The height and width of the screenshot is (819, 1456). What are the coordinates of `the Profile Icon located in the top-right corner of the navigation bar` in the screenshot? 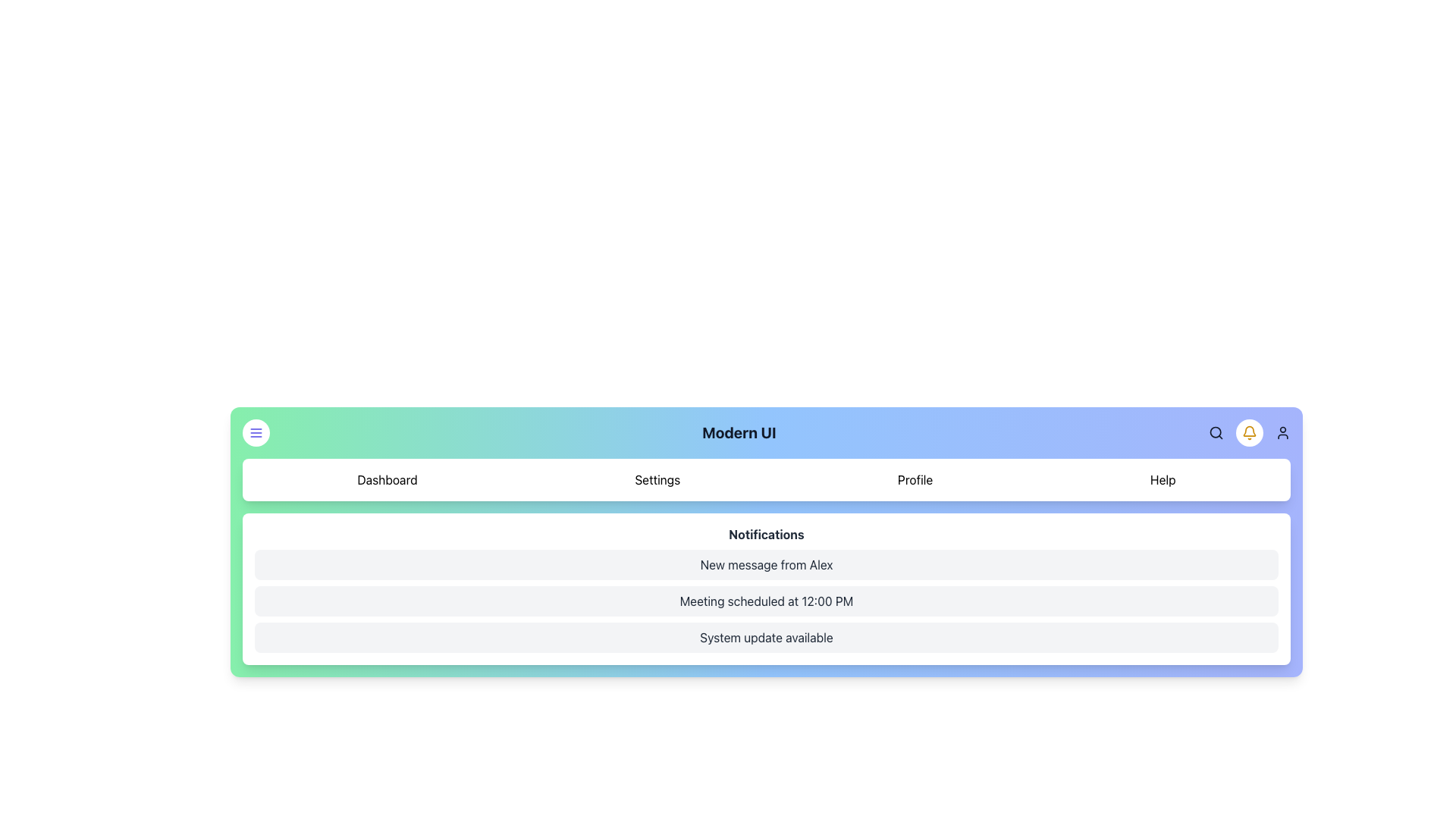 It's located at (1282, 432).